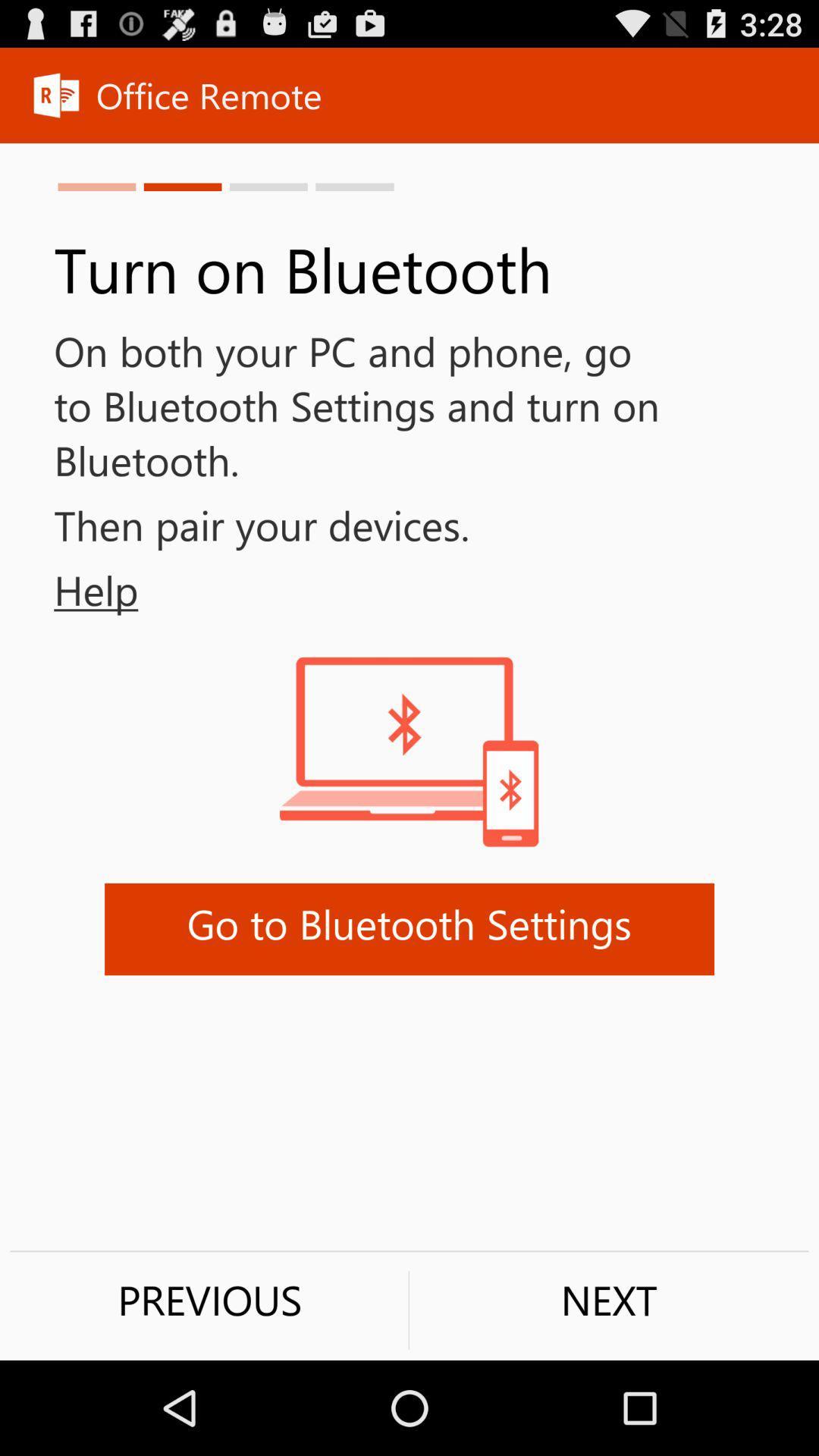 This screenshot has width=819, height=1456. What do you see at coordinates (209, 1299) in the screenshot?
I see `previous icon` at bounding box center [209, 1299].